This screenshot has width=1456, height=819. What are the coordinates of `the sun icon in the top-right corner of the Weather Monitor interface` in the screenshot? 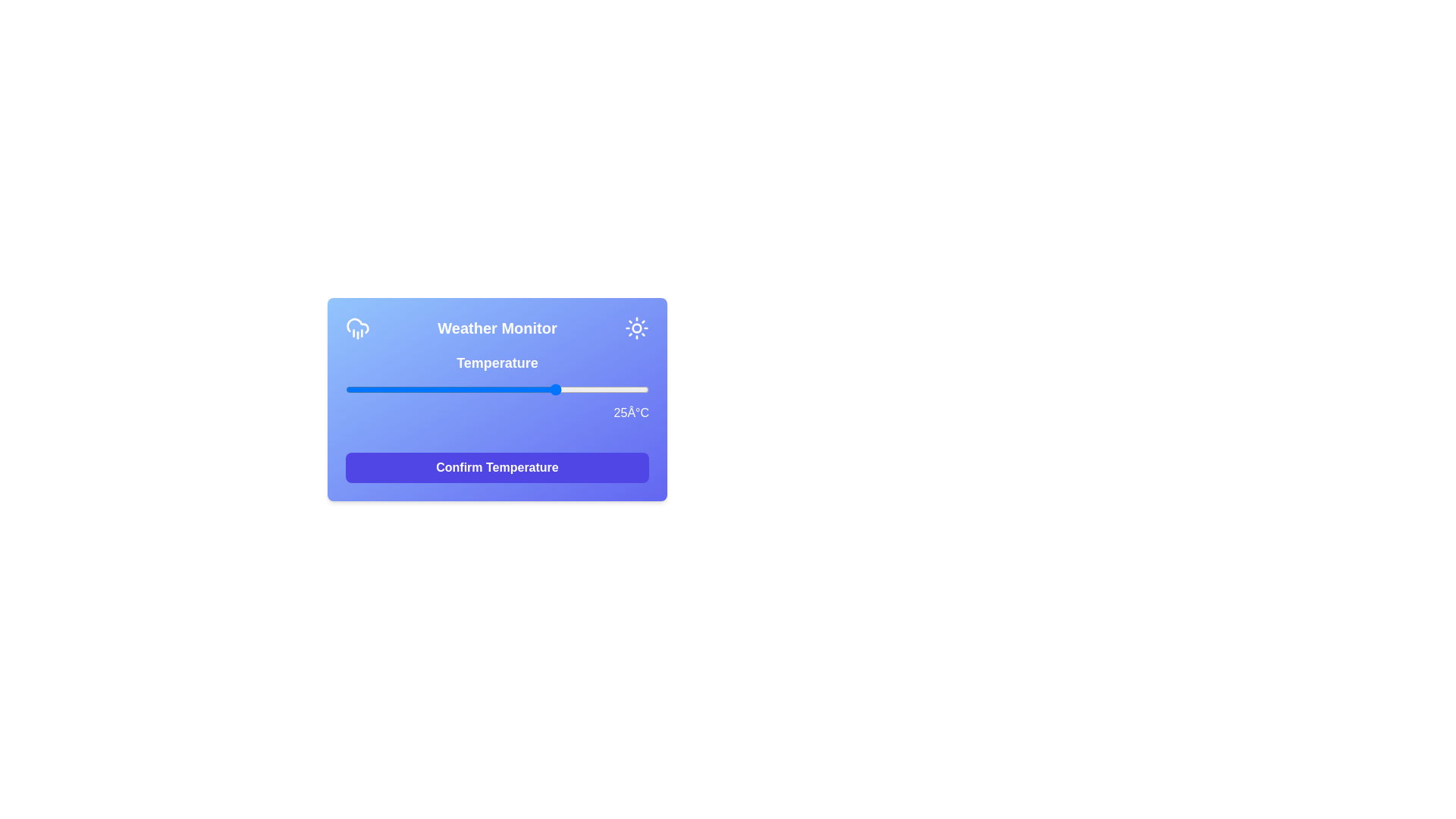 It's located at (637, 327).